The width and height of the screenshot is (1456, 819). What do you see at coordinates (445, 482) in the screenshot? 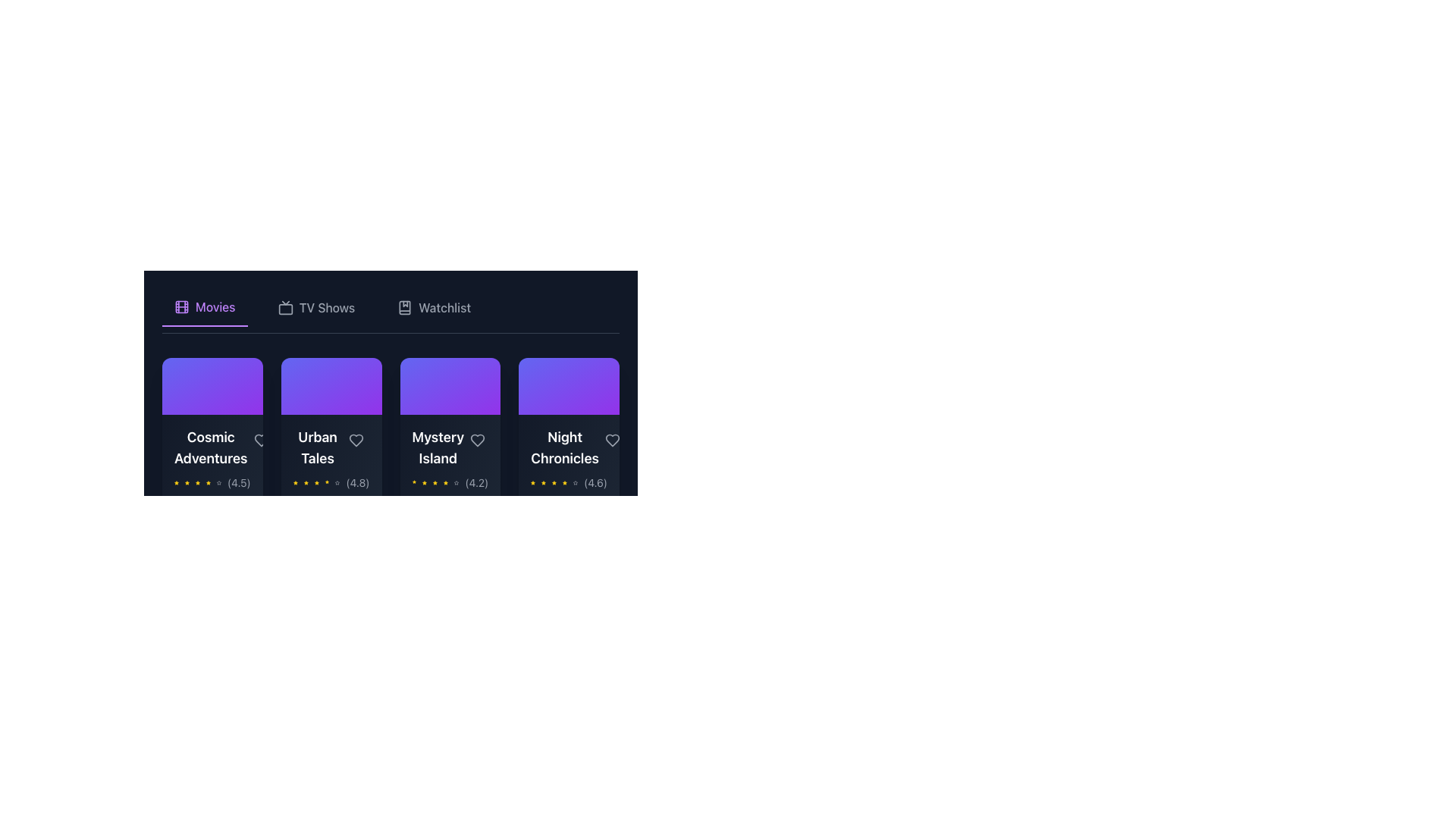
I see `the fifth yellow rating star icon under the title 'Mystery Island'` at bounding box center [445, 482].